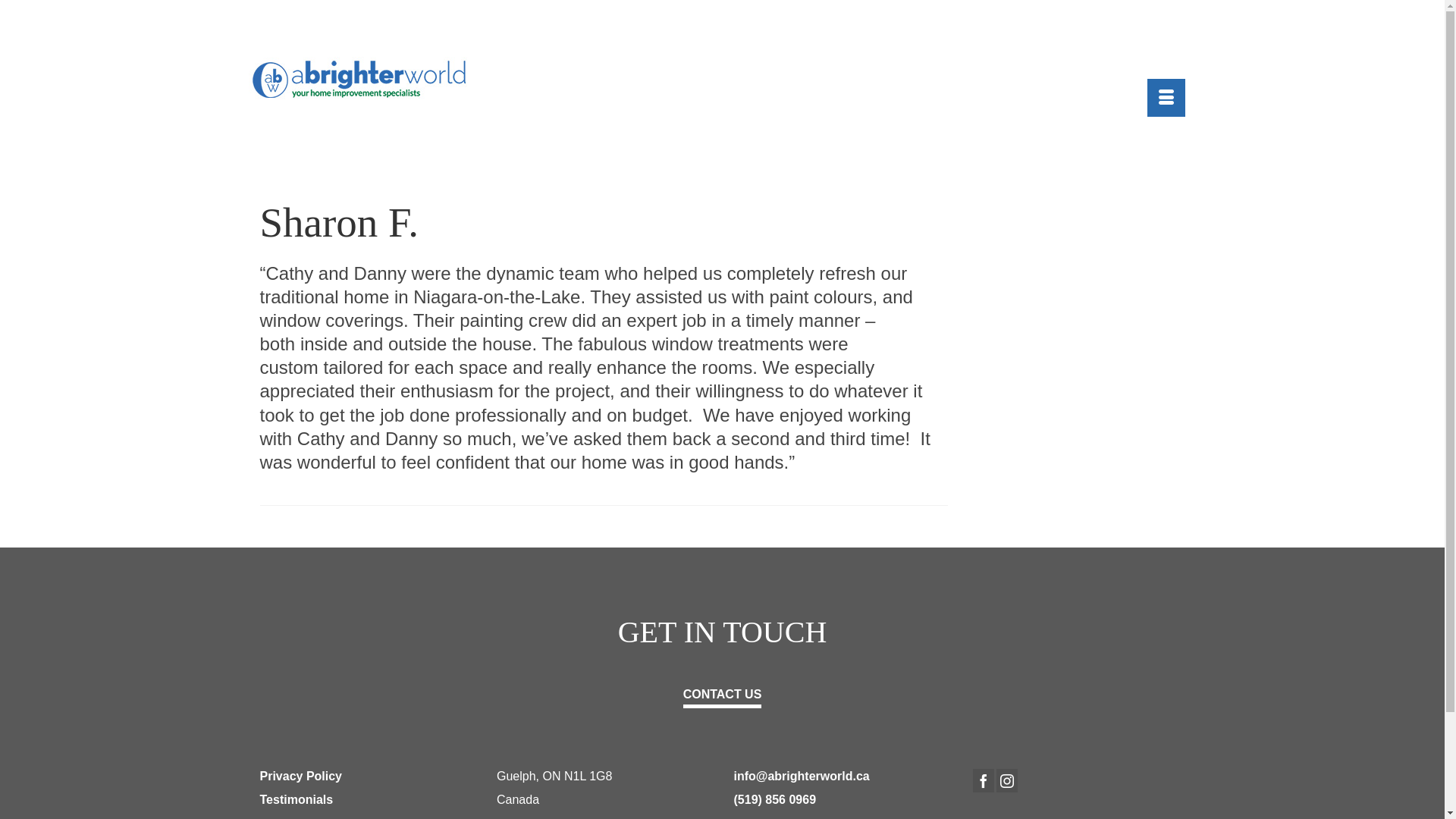  I want to click on 'Menu', so click(1164, 97).